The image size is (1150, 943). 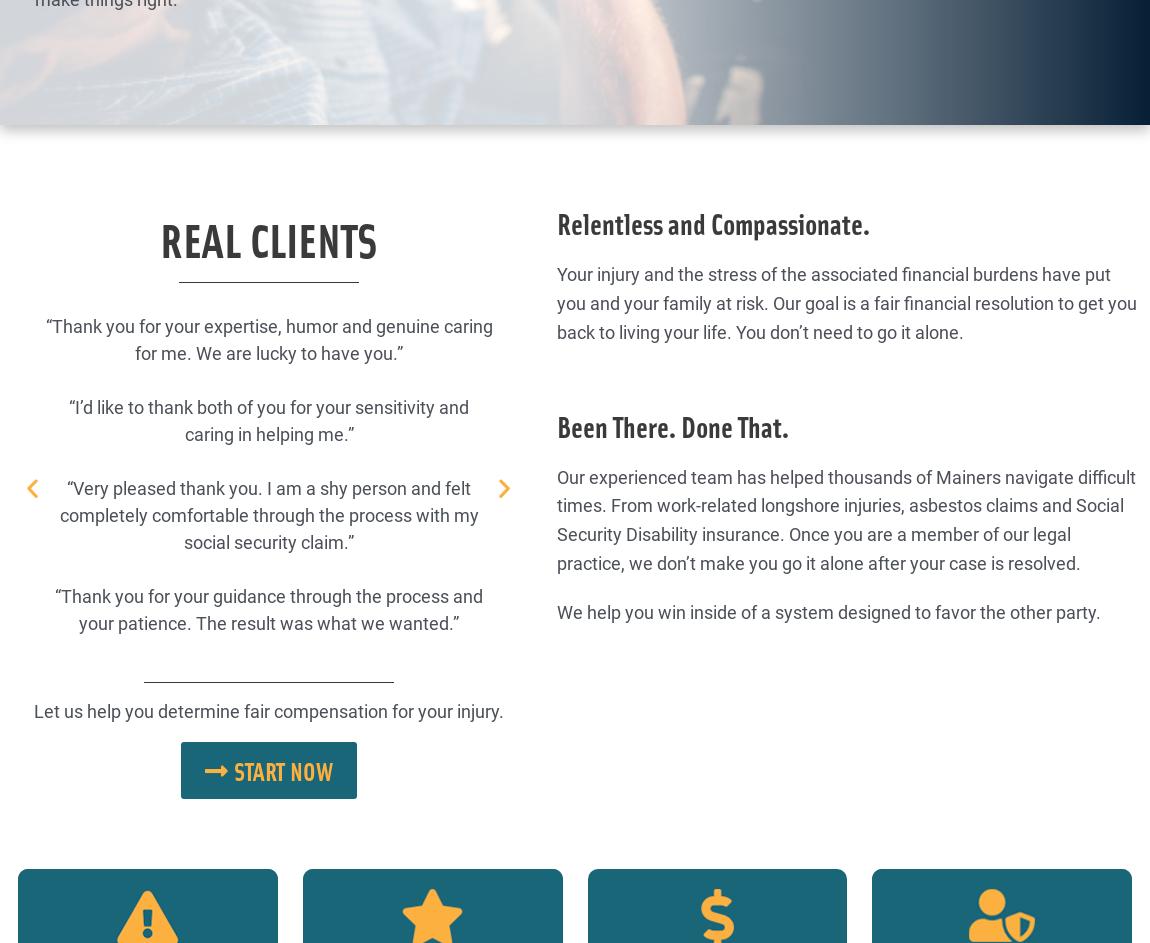 What do you see at coordinates (266, 238) in the screenshot?
I see `'REAL CLIENTS'` at bounding box center [266, 238].